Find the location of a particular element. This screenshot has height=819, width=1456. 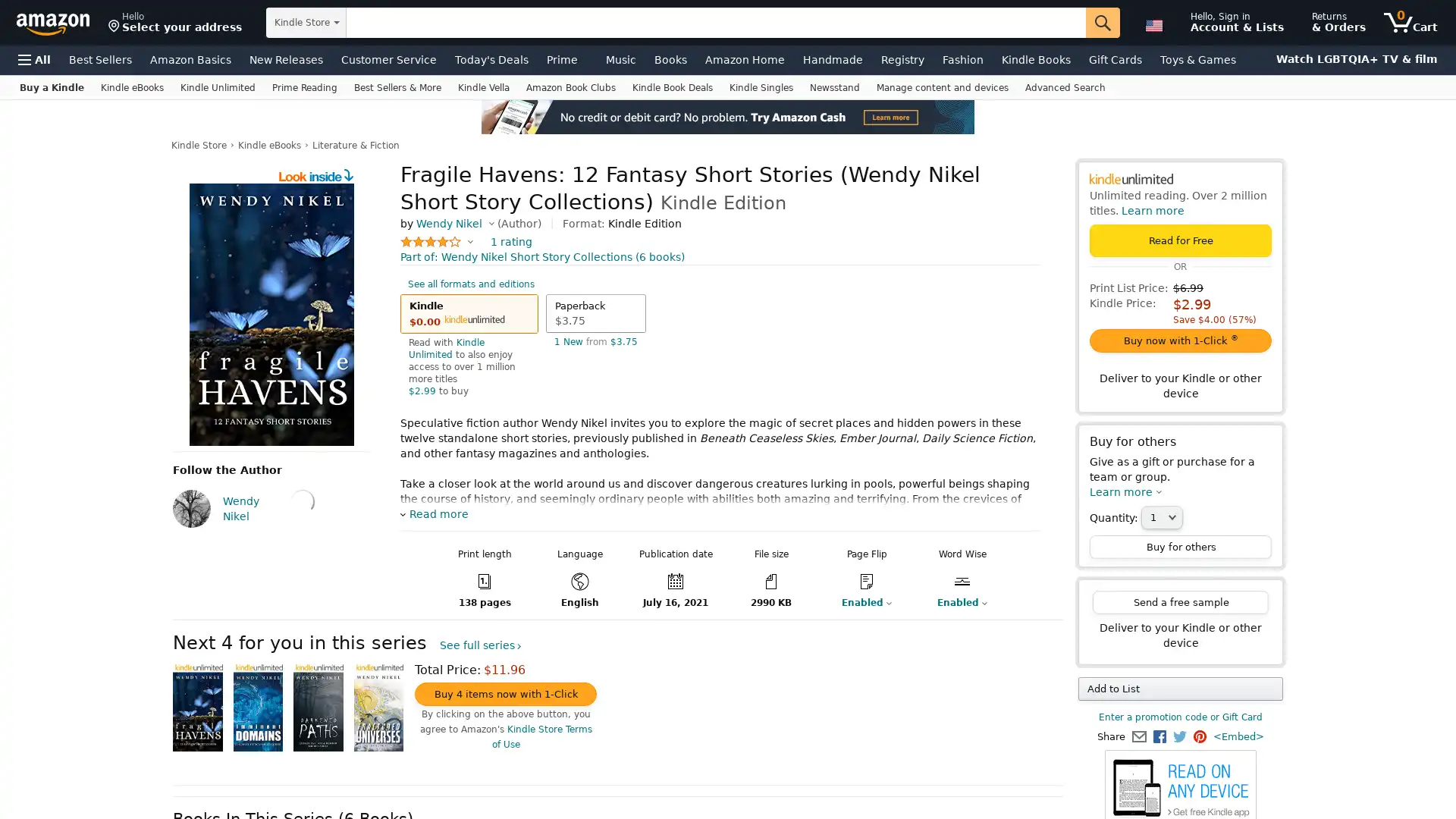

Enabled is located at coordinates (857, 601).